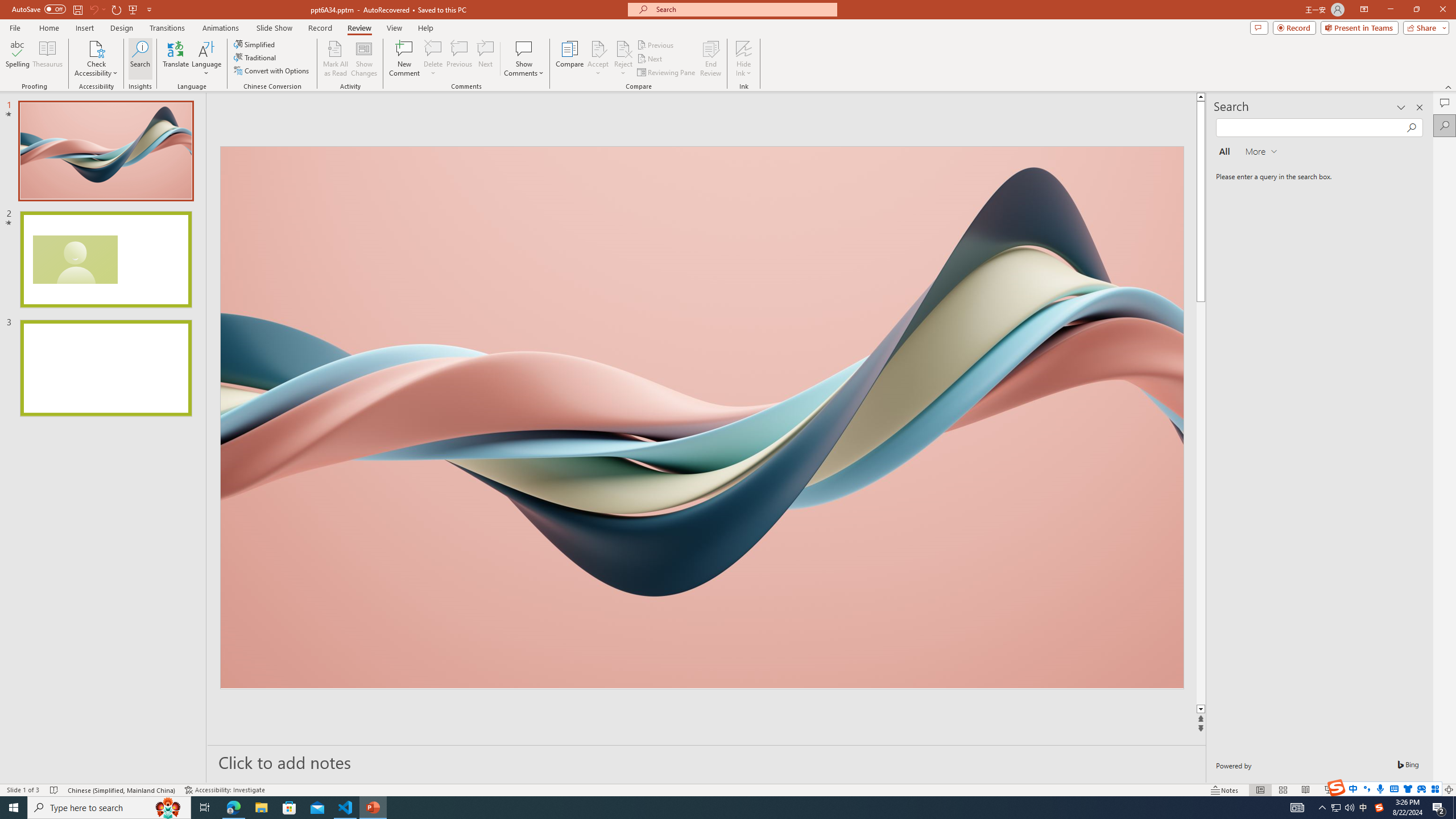  I want to click on 'Previous', so click(656, 44).